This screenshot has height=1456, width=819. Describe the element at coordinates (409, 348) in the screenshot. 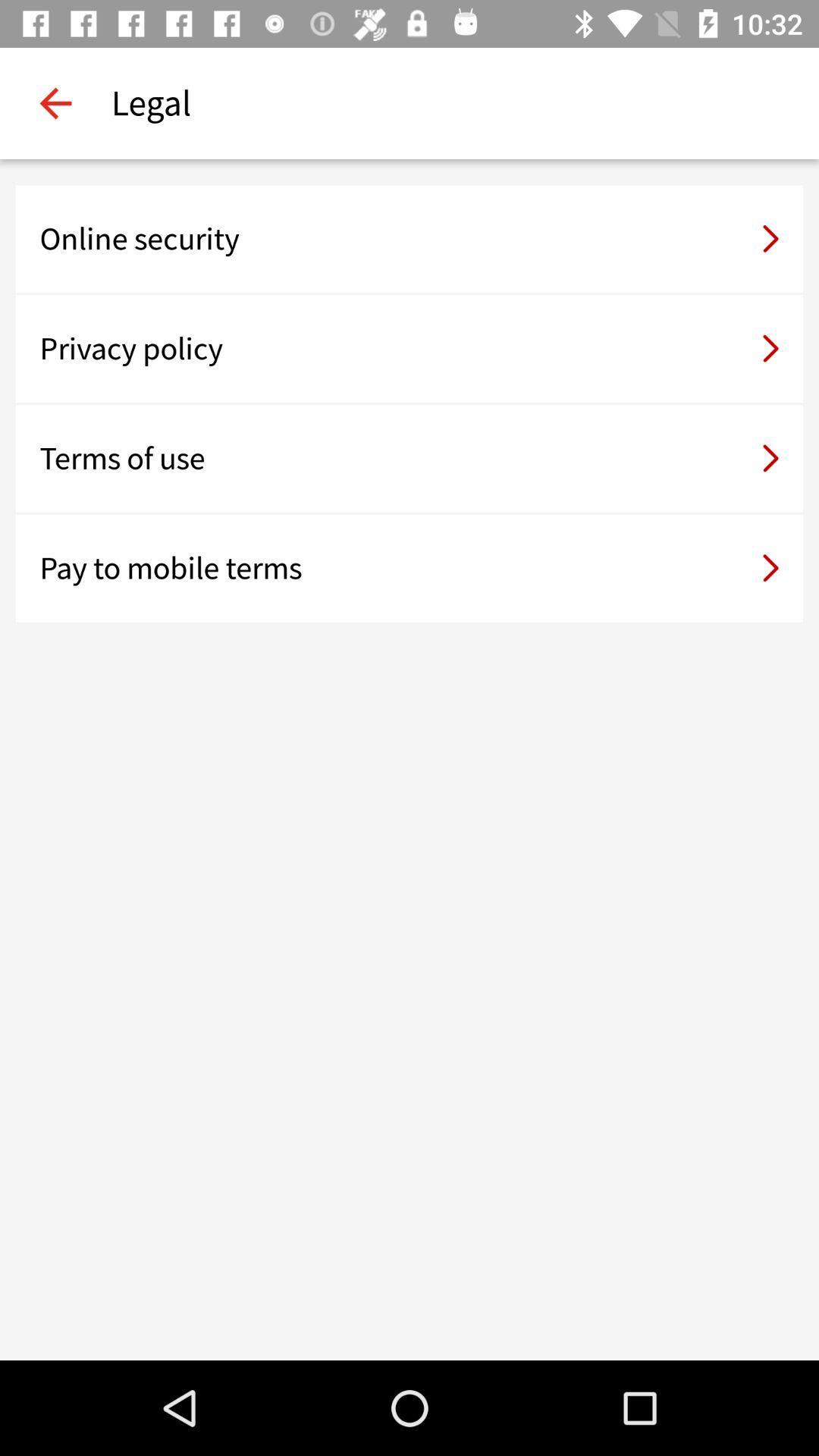

I see `the item below online security icon` at that location.